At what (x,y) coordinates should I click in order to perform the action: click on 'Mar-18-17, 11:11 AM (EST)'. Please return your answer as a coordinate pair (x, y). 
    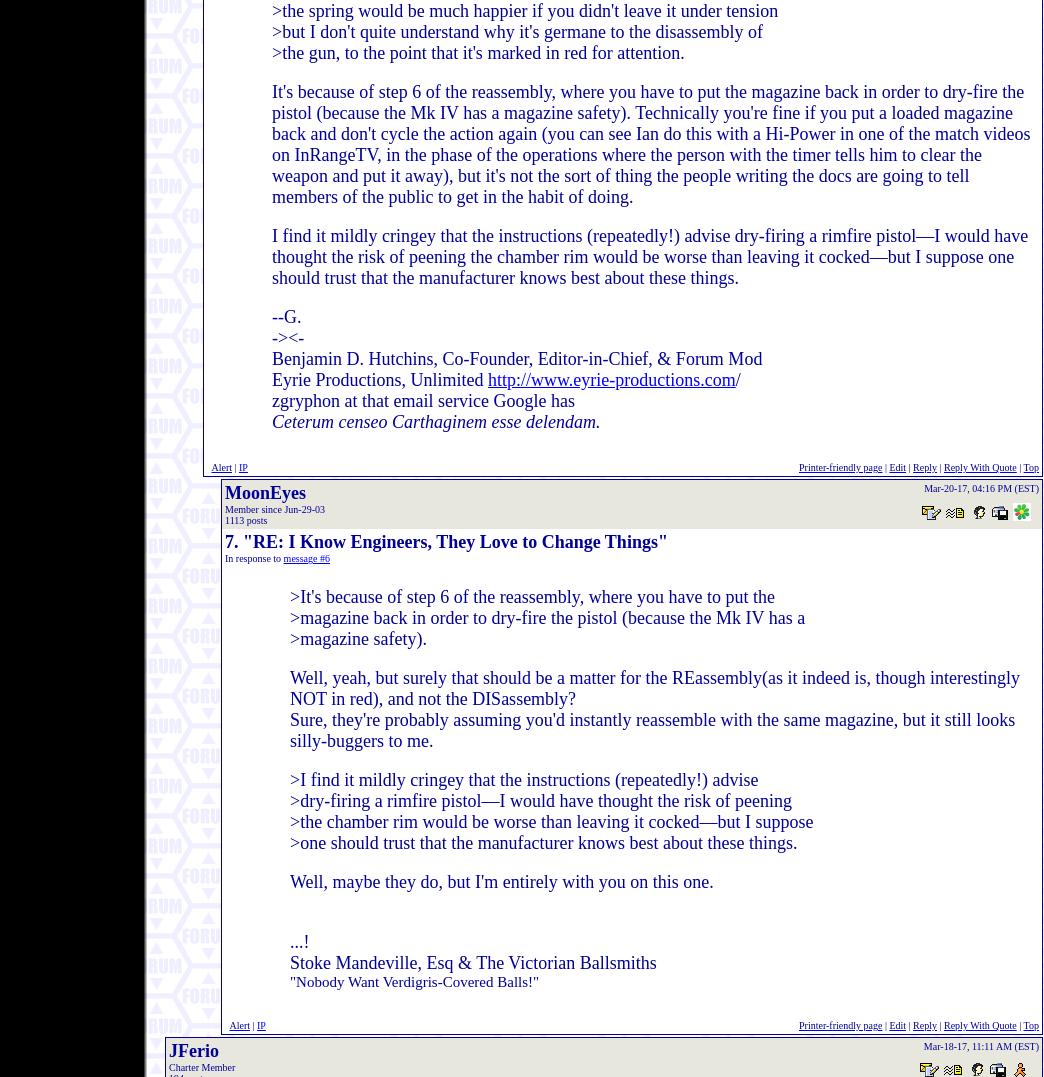
    Looking at the image, I should click on (981, 1046).